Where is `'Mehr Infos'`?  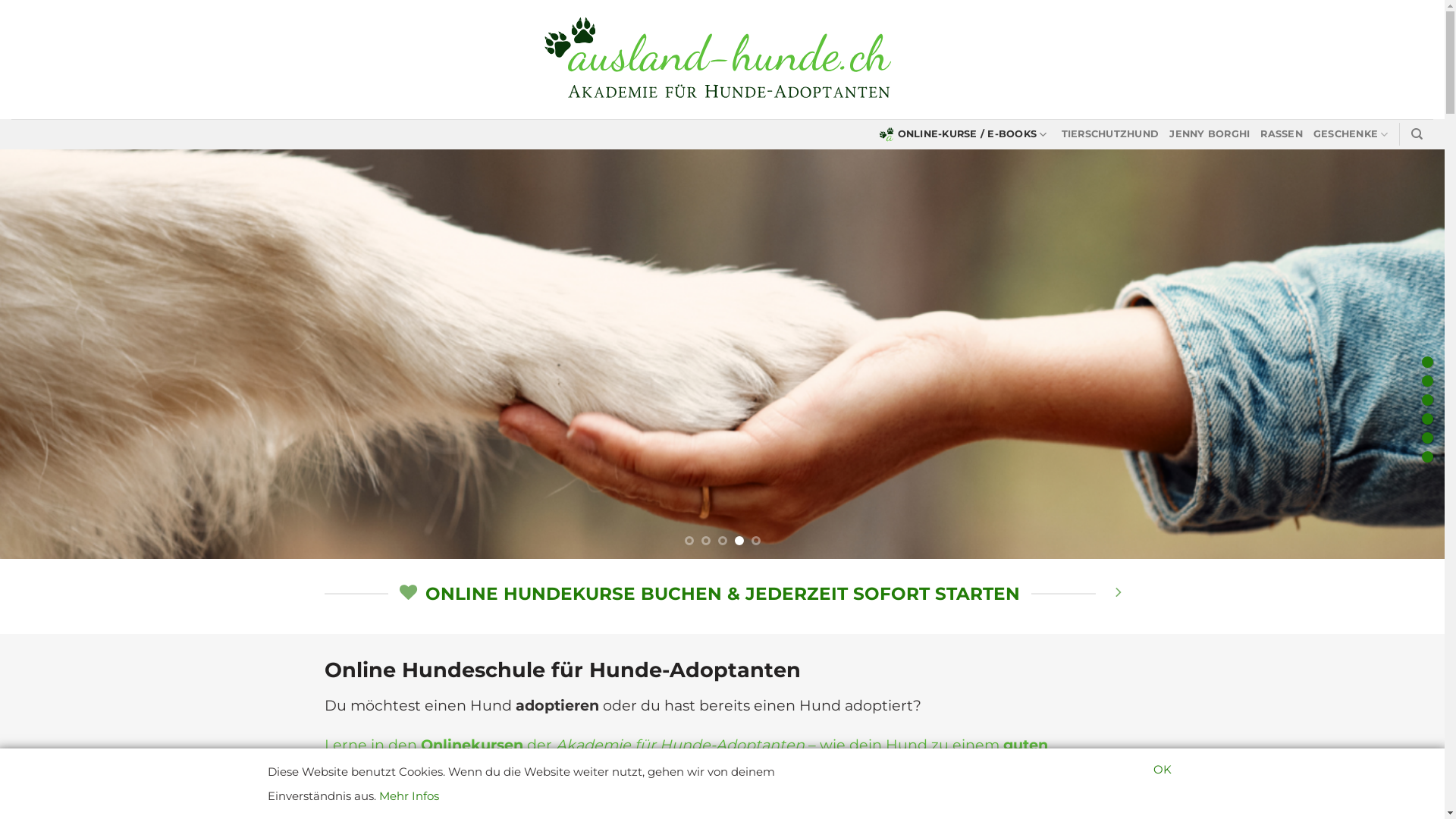
'Mehr Infos' is located at coordinates (378, 795).